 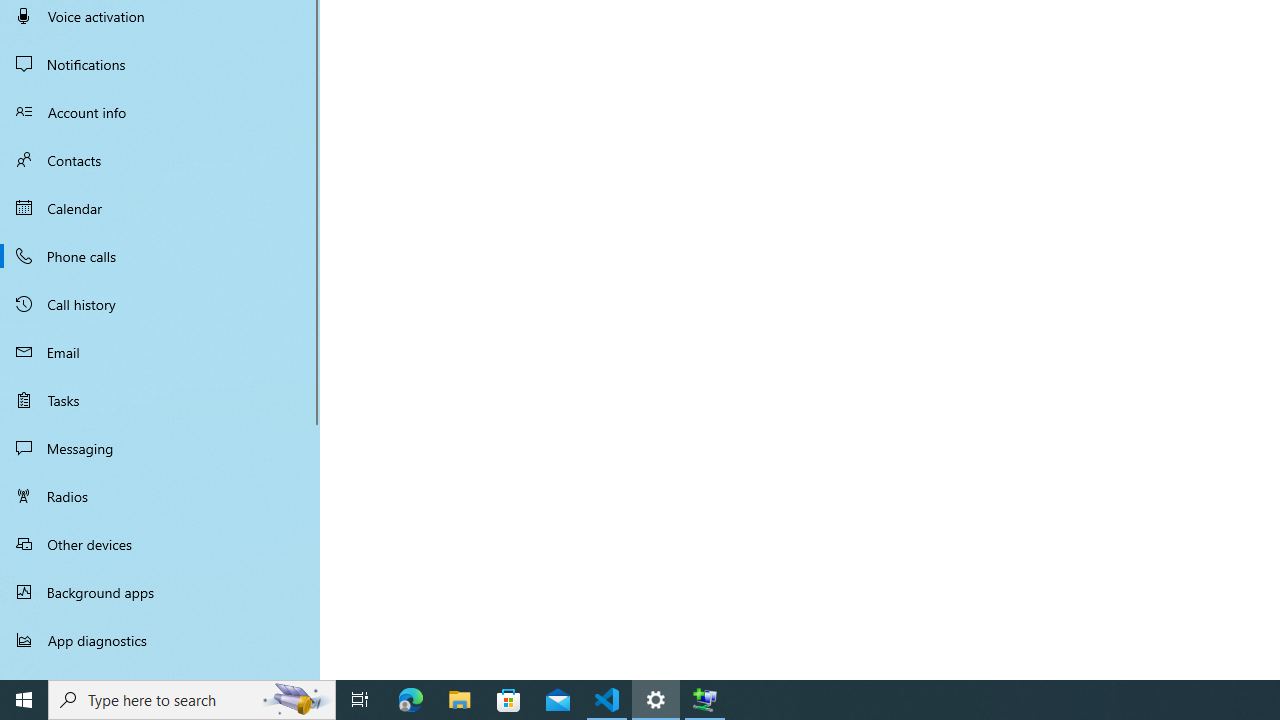 What do you see at coordinates (606, 698) in the screenshot?
I see `'Visual Studio Code - 1 running window'` at bounding box center [606, 698].